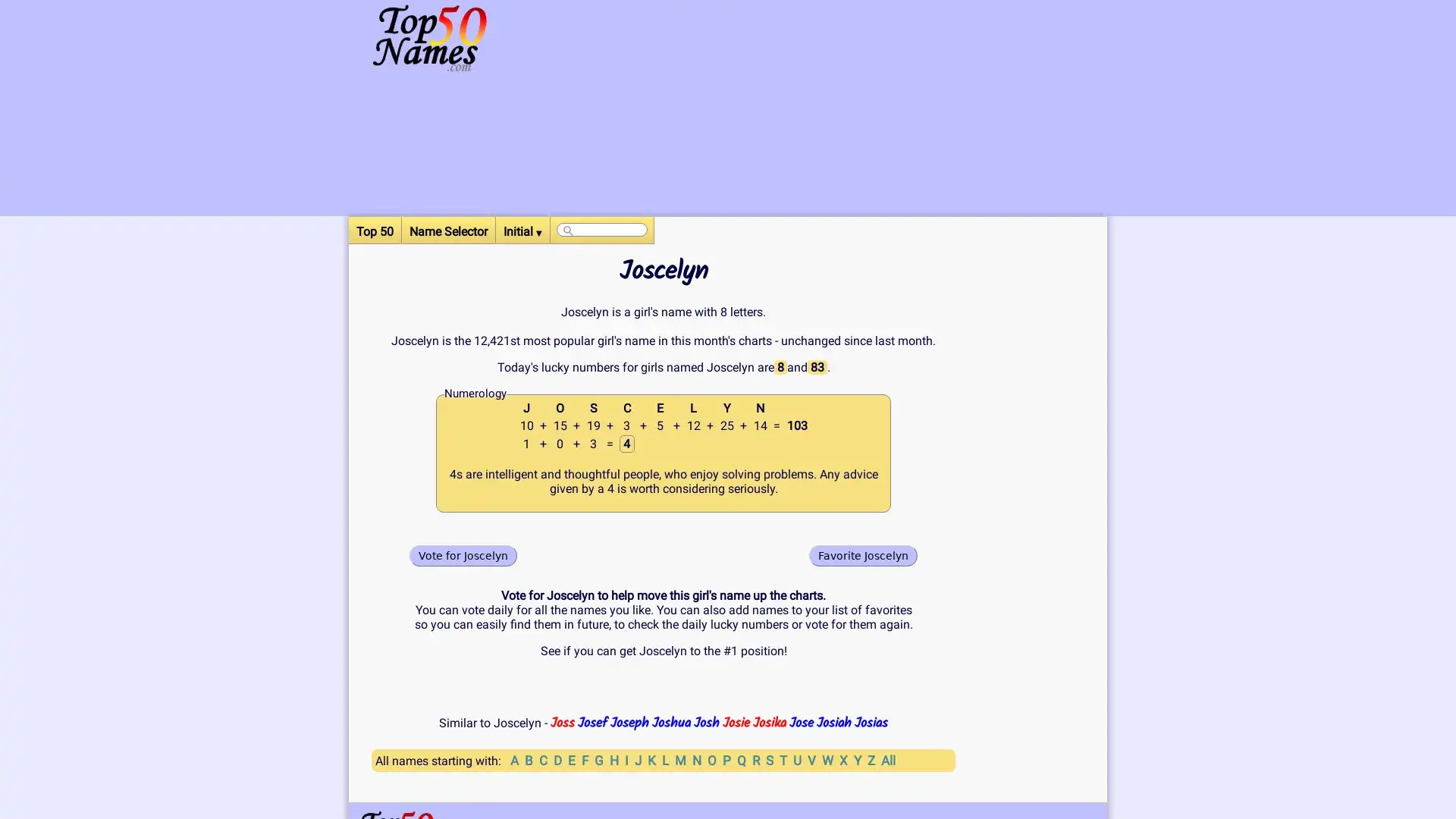  Describe the element at coordinates (462, 555) in the screenshot. I see `Vote for Joscelyn` at that location.